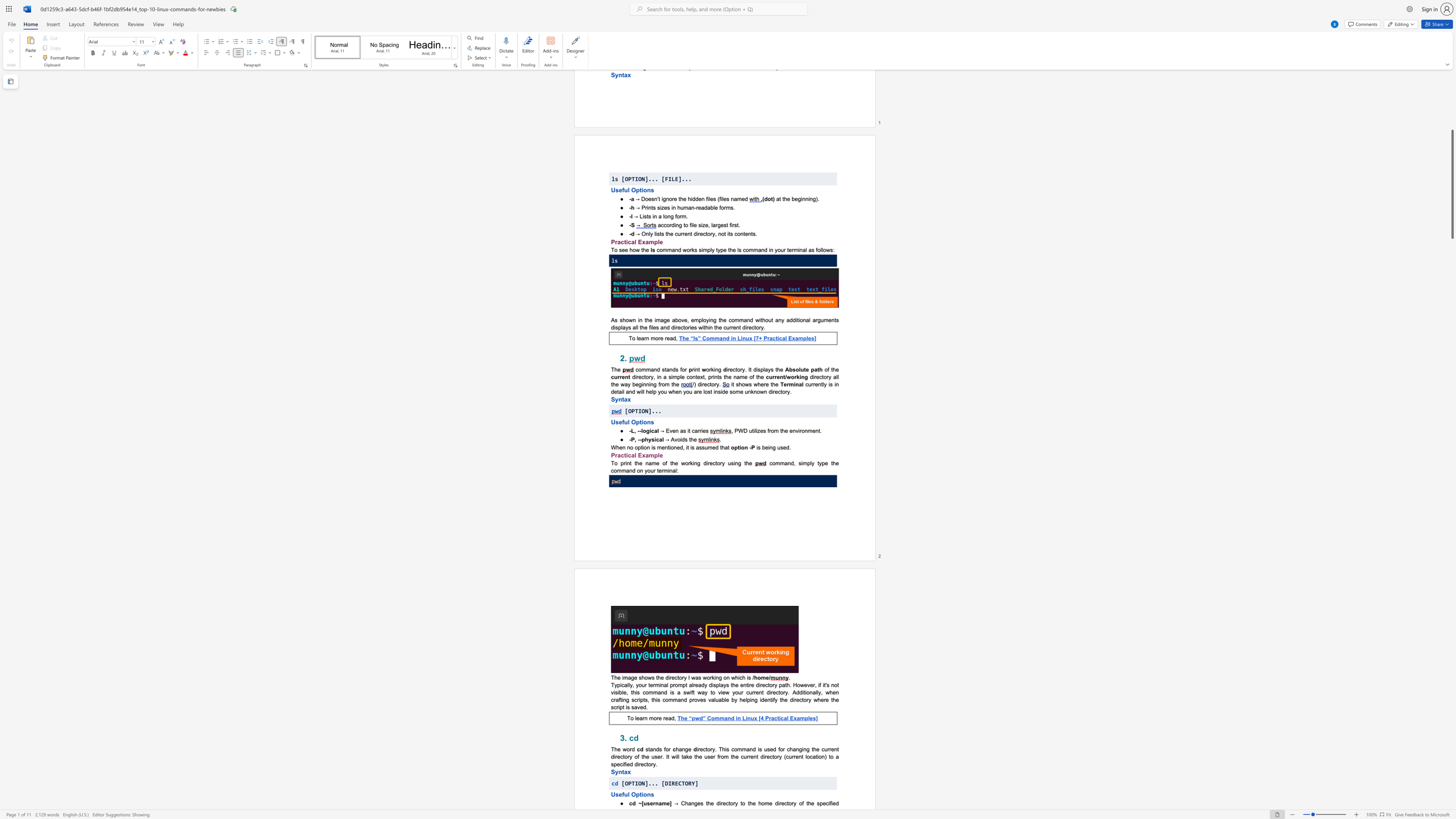 The height and width of the screenshot is (819, 1456). What do you see at coordinates (704, 447) in the screenshot?
I see `the subset text "umed" within the text "is mentioned, it is assumed that"` at bounding box center [704, 447].